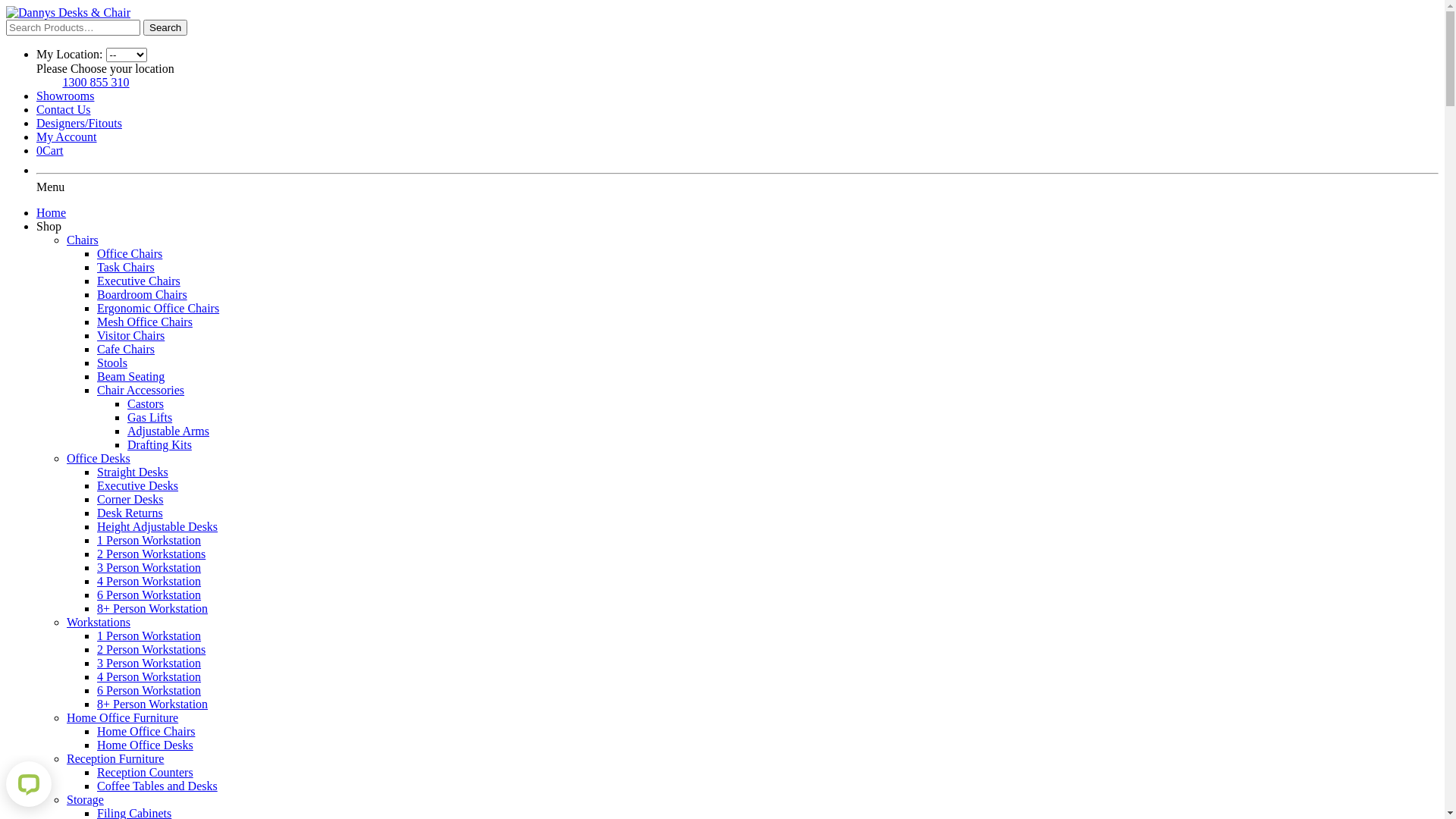 This screenshot has width=1456, height=819. Describe the element at coordinates (130, 253) in the screenshot. I see `'Office Chairs'` at that location.